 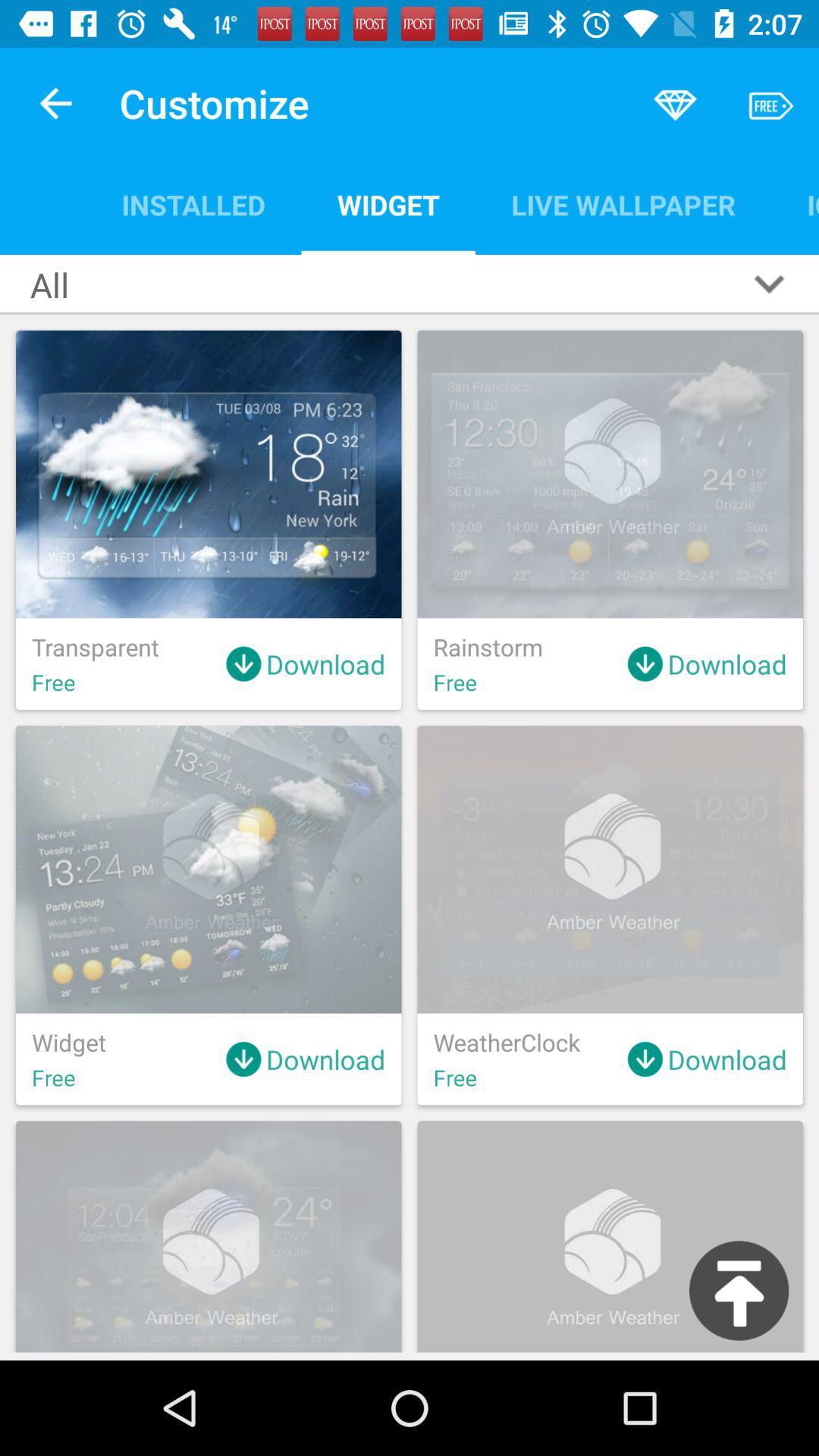 I want to click on the icon to the right of the live wallpaper icon, so click(x=794, y=204).